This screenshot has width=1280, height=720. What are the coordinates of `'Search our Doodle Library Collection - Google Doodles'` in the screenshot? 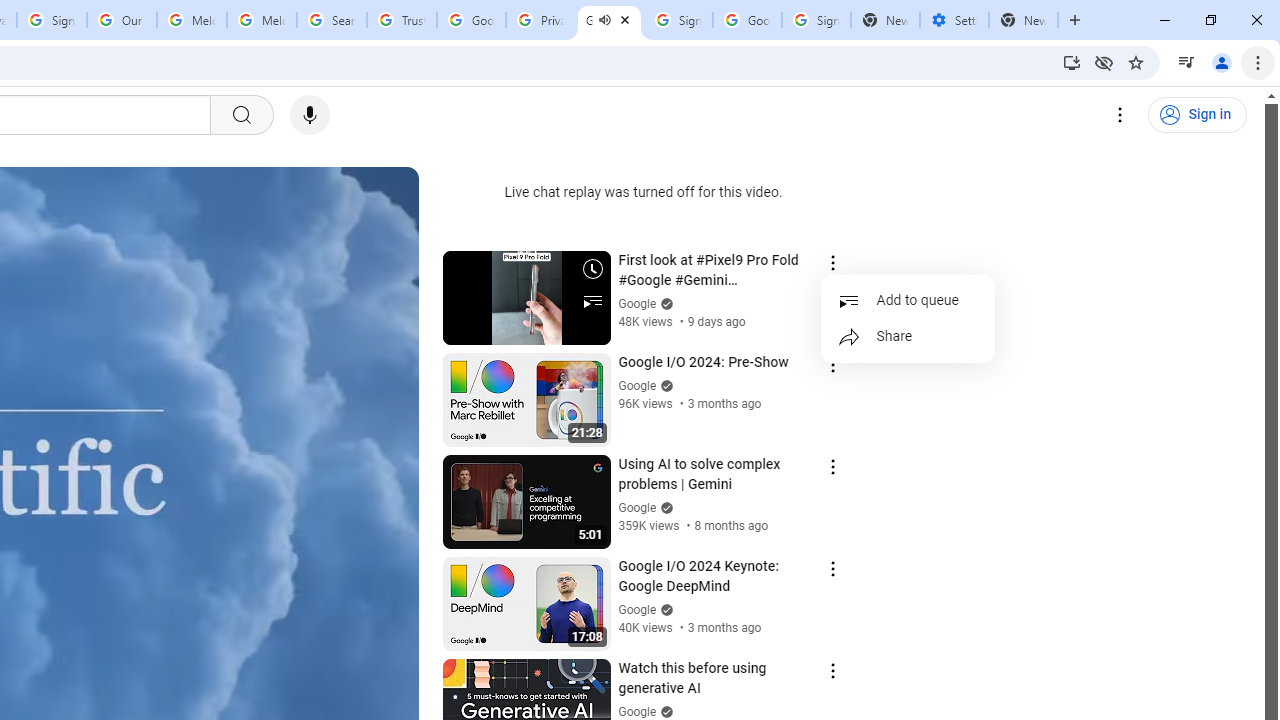 It's located at (332, 20).